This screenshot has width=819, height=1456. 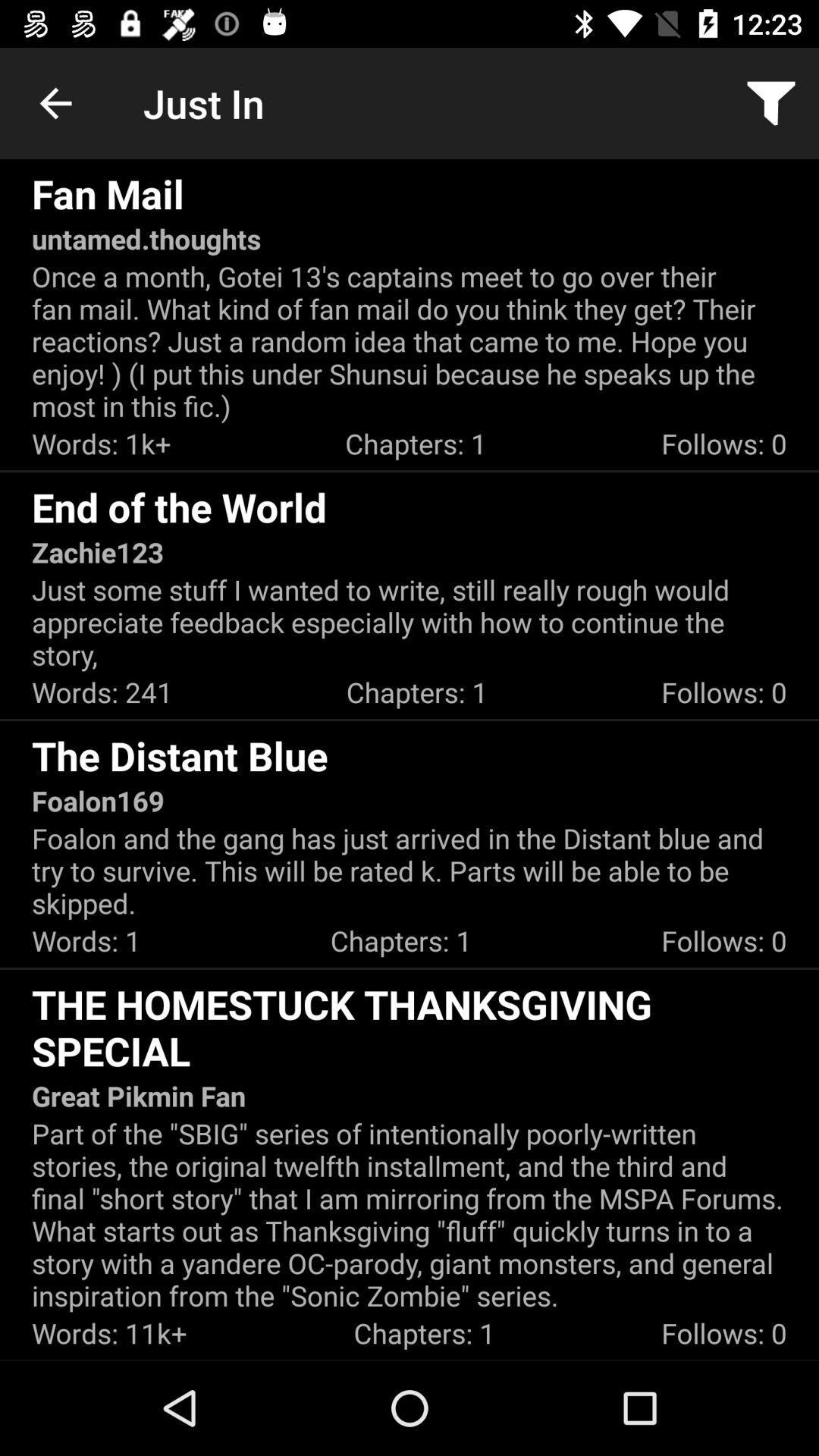 What do you see at coordinates (98, 800) in the screenshot?
I see `the foalon169` at bounding box center [98, 800].